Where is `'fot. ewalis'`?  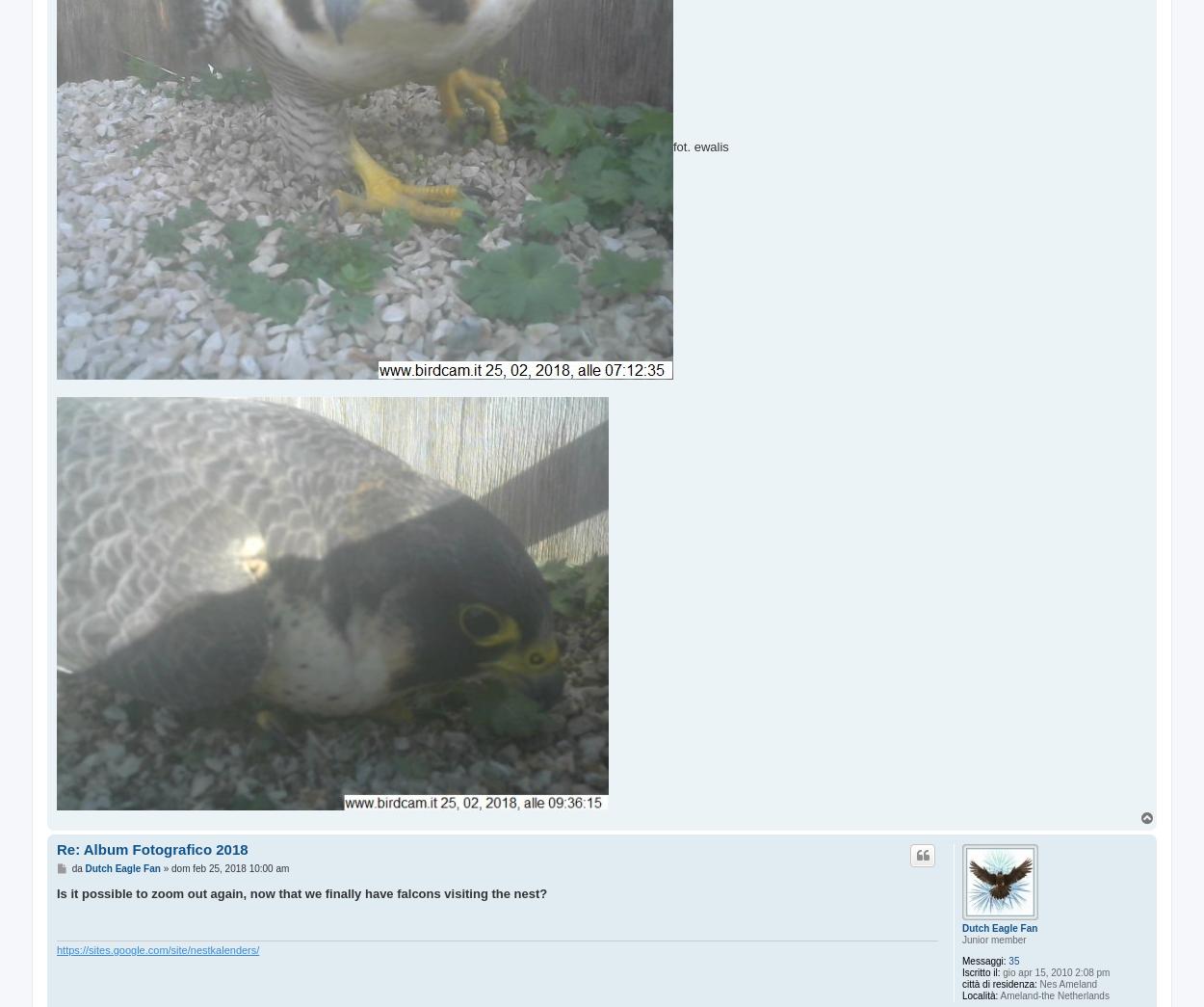 'fot. ewalis' is located at coordinates (699, 146).